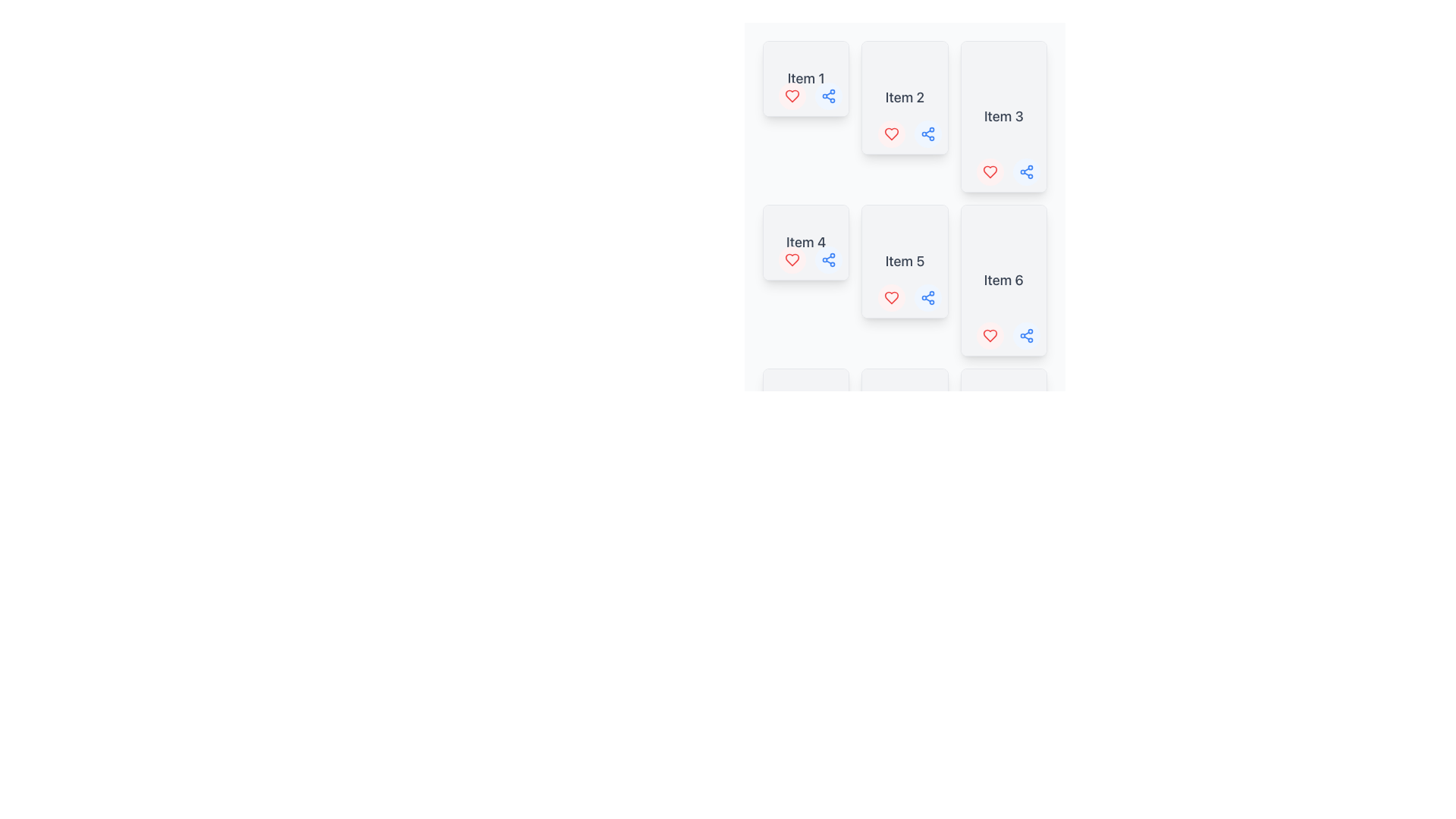 The height and width of the screenshot is (819, 1456). I want to click on the leftmost circular button with a red outlined heart icon in the bottom-right corner of the 'Item 1' card to indicate a like or favorite, so click(792, 96).